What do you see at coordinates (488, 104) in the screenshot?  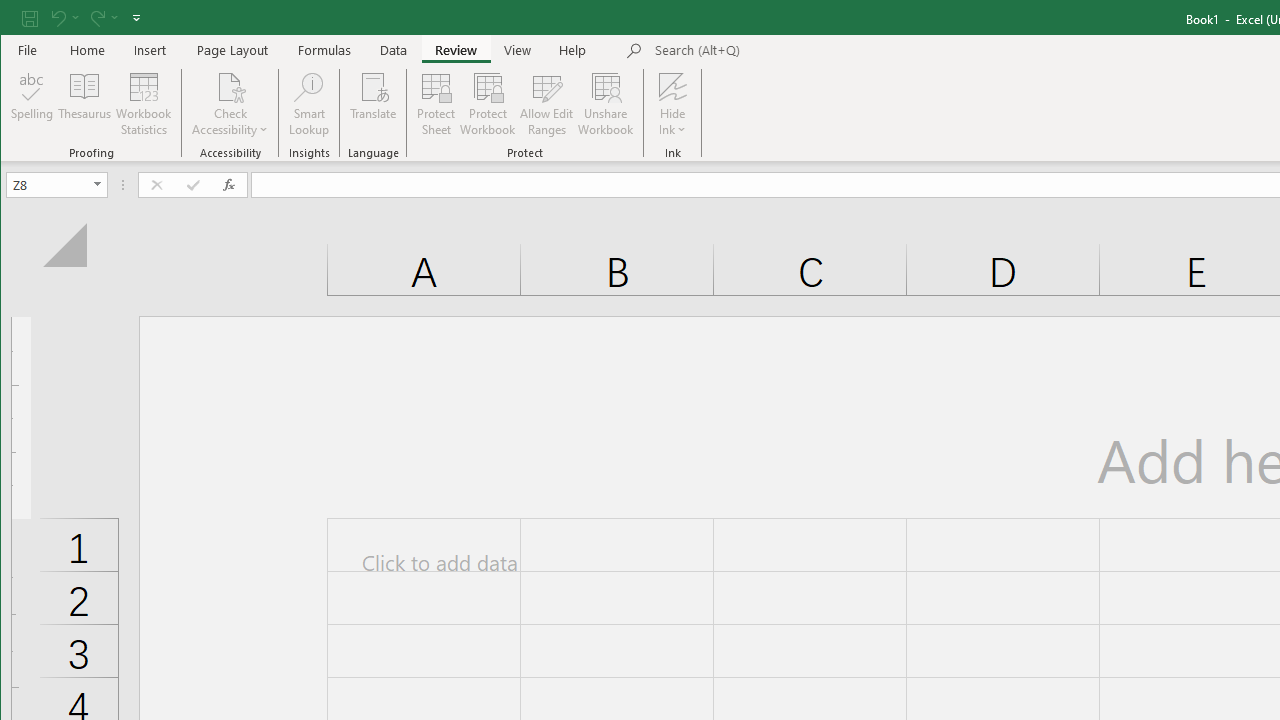 I see `'Protect Workbook...'` at bounding box center [488, 104].